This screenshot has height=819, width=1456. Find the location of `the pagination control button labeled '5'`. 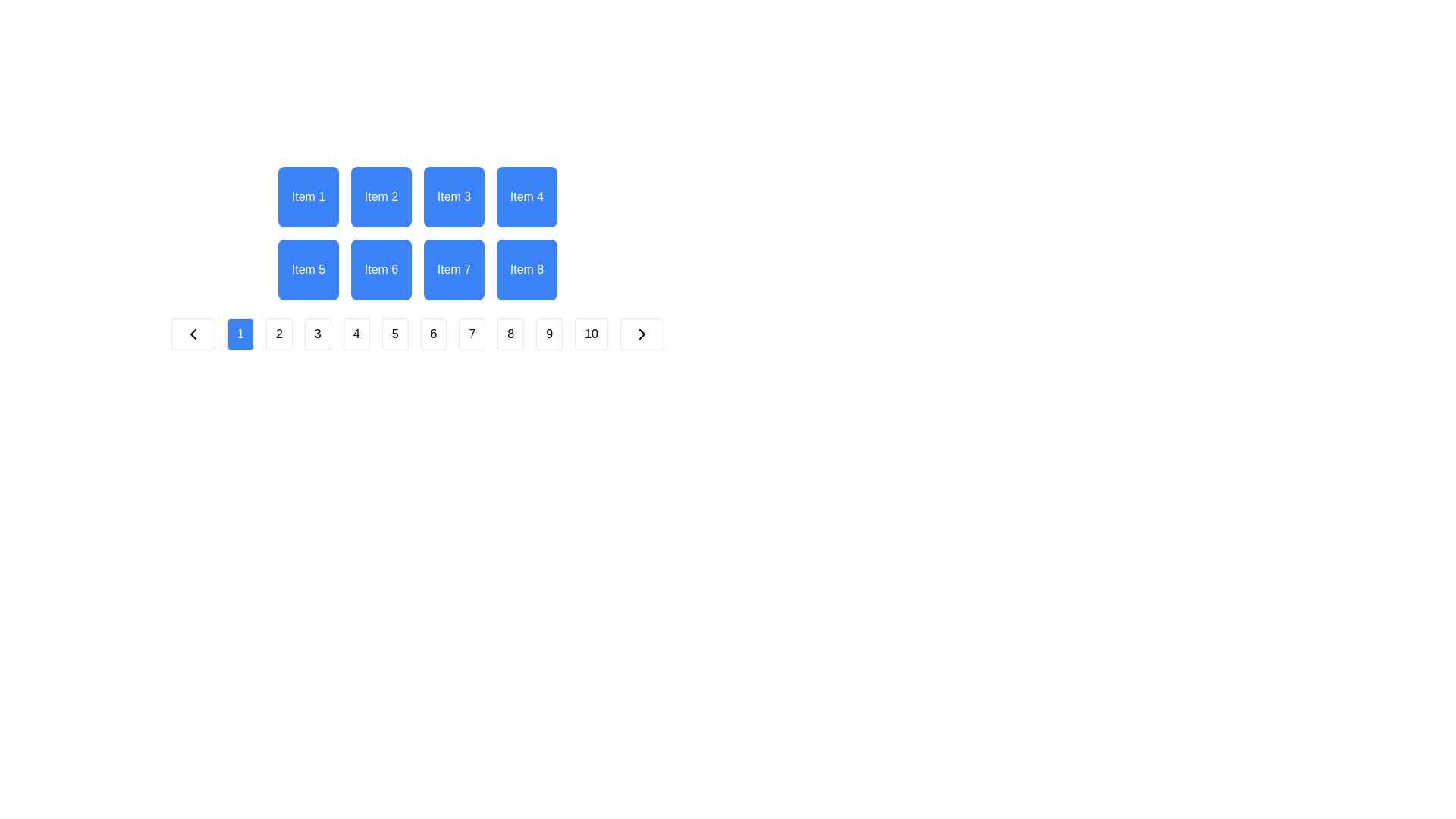

the pagination control button labeled '5' is located at coordinates (395, 333).